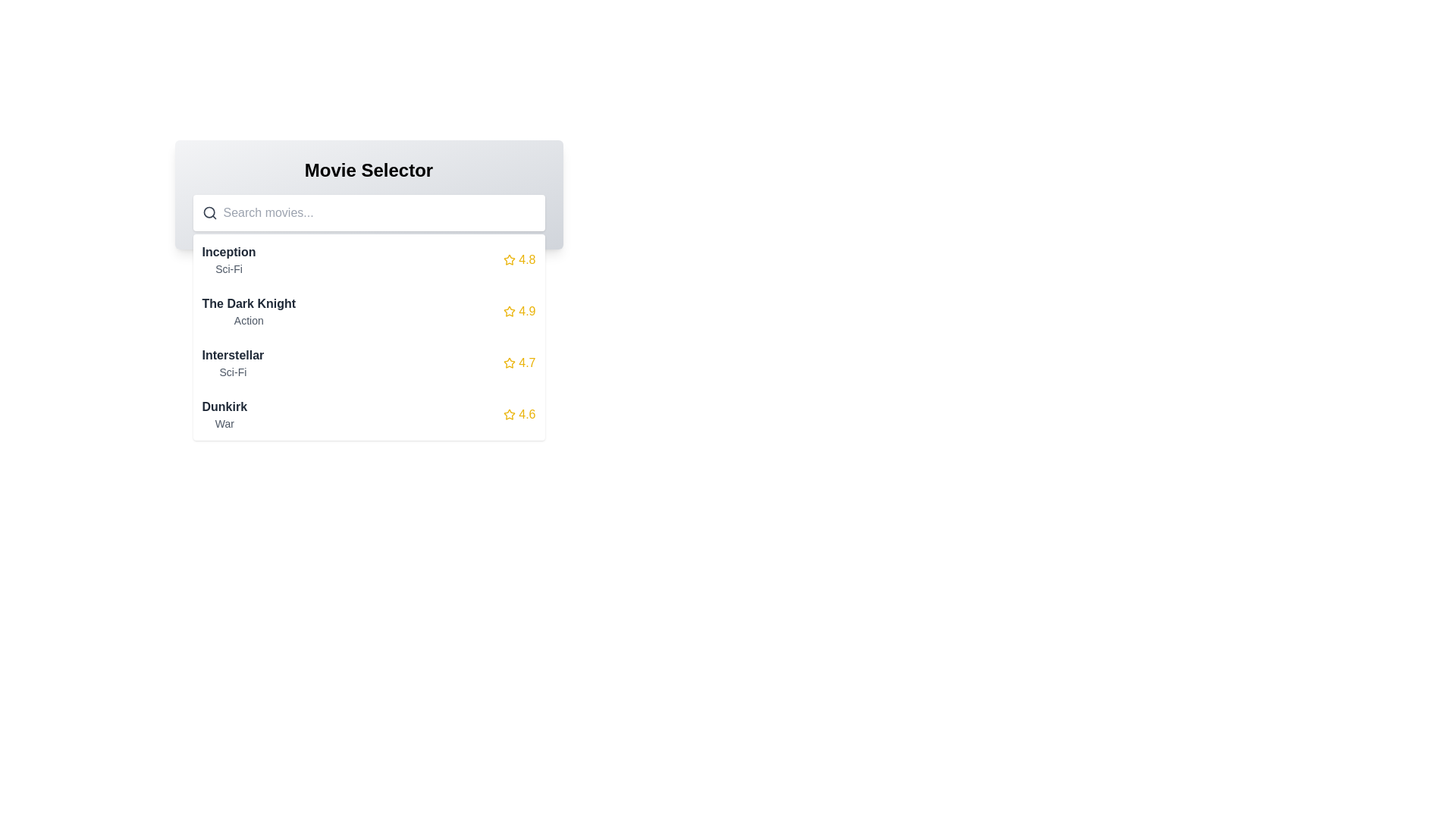  I want to click on text content of the informational label indicating the genre associated with the movie 'Interstellar', located directly below its title in the movie list interface, so click(232, 372).